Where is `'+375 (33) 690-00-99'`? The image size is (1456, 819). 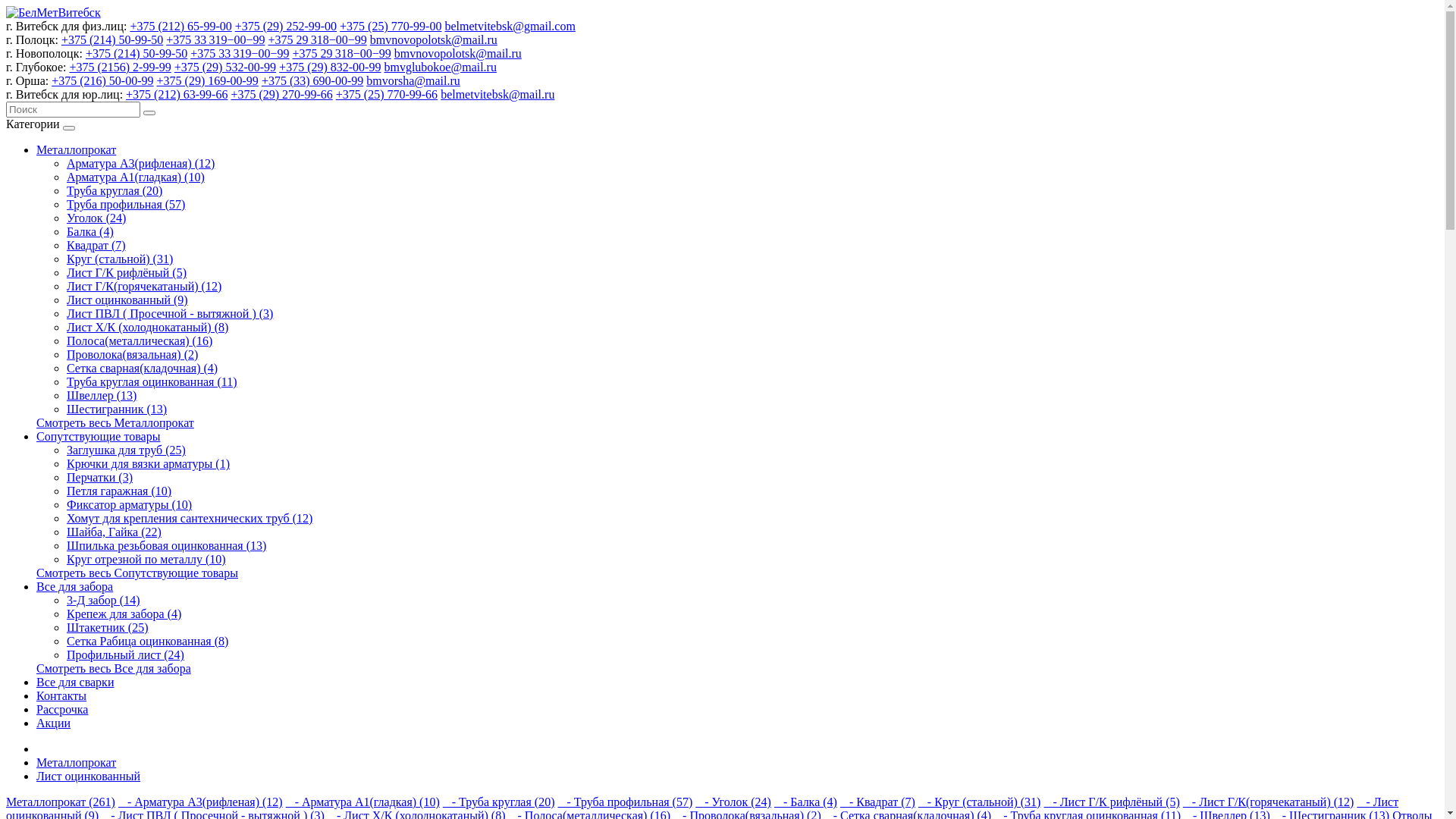 '+375 (33) 690-00-99' is located at coordinates (312, 80).